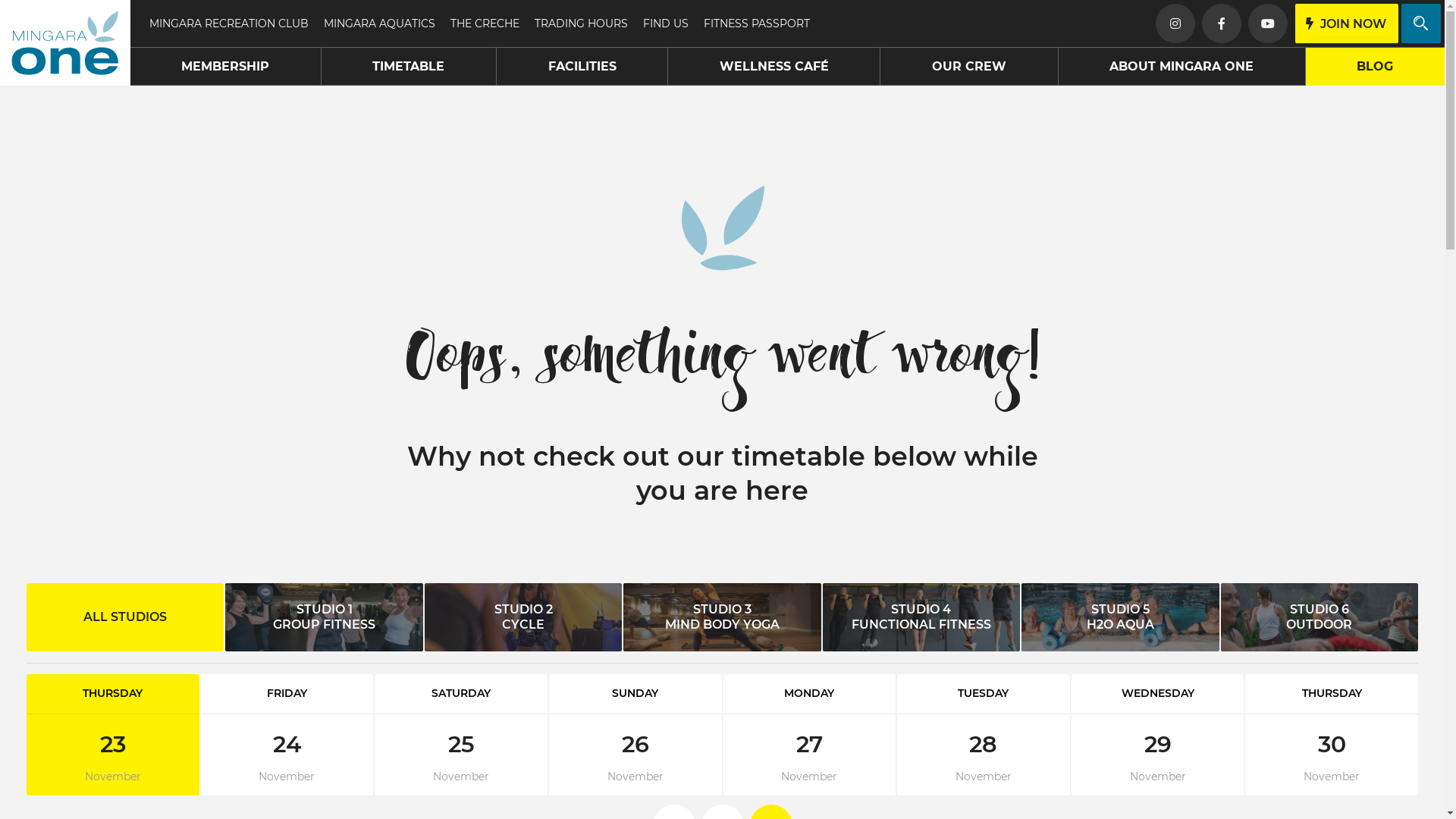 Image resolution: width=1456 pixels, height=819 pixels. Describe the element at coordinates (287, 733) in the screenshot. I see `'FRIDAY` at that location.